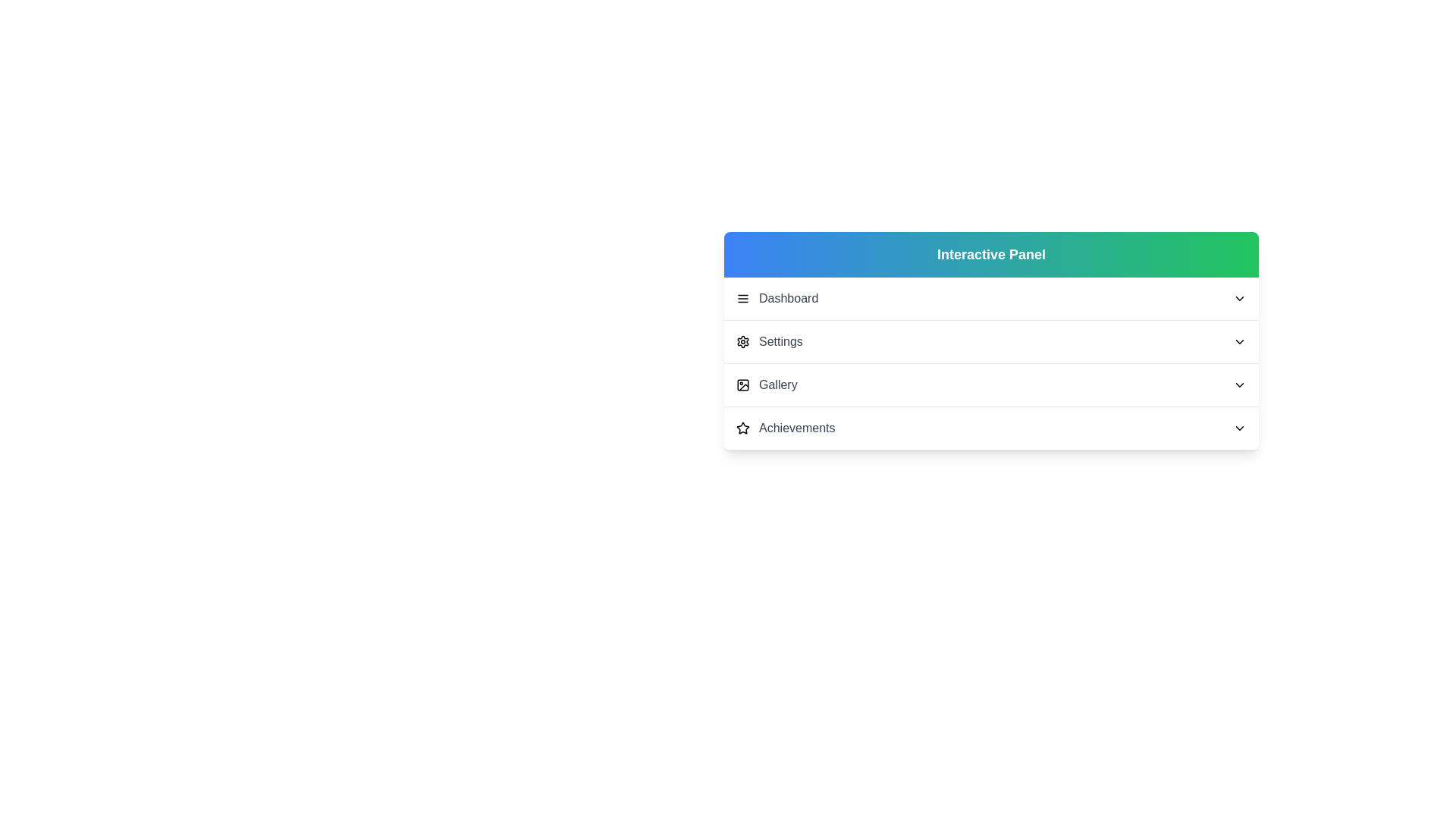 This screenshot has height=819, width=1456. Describe the element at coordinates (991, 428) in the screenshot. I see `the 'Achievements' menu item, which is the last item in the vertical list` at that location.